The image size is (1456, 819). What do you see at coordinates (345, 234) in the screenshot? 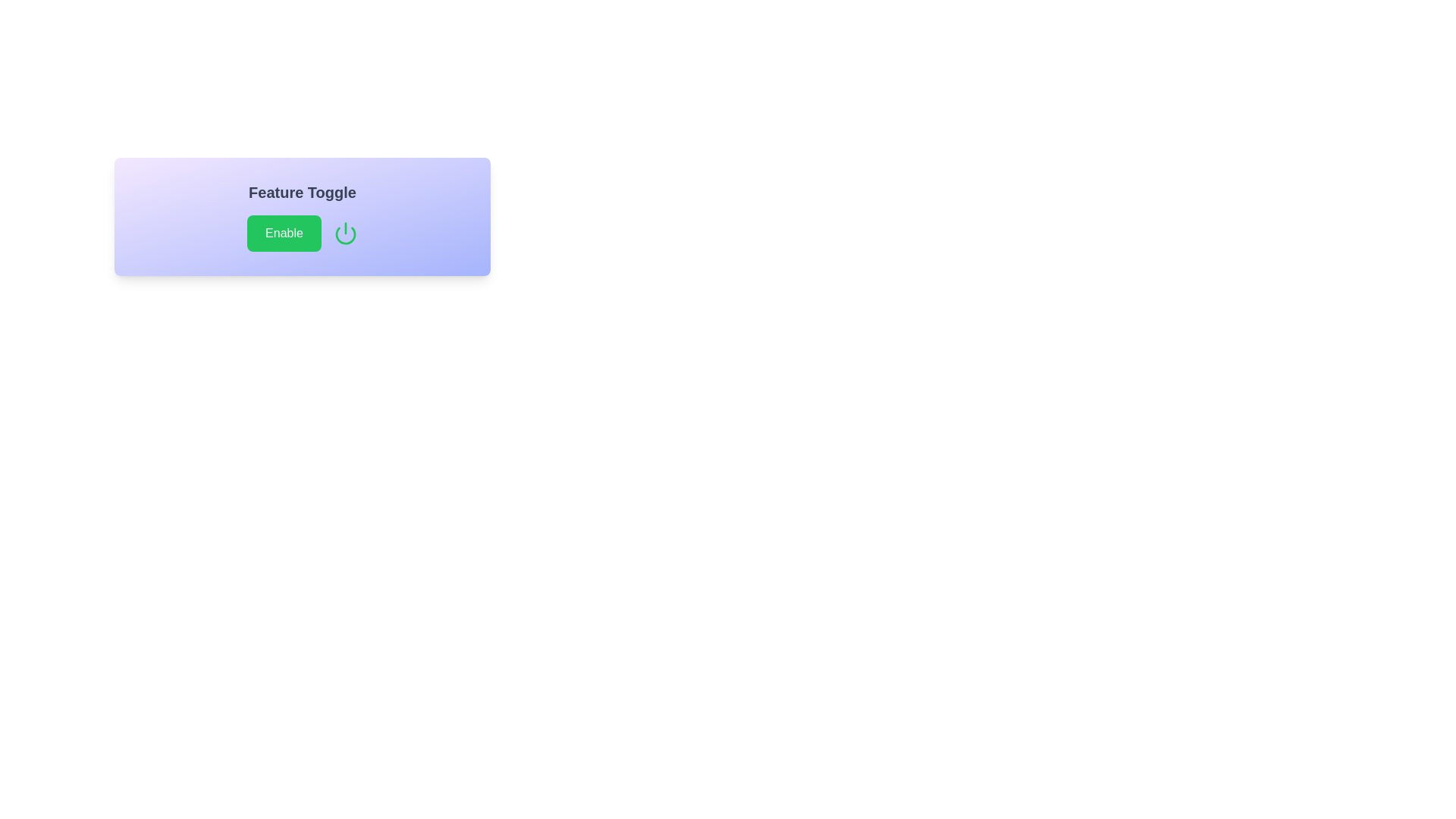
I see `the power icon to toggle its state` at bounding box center [345, 234].